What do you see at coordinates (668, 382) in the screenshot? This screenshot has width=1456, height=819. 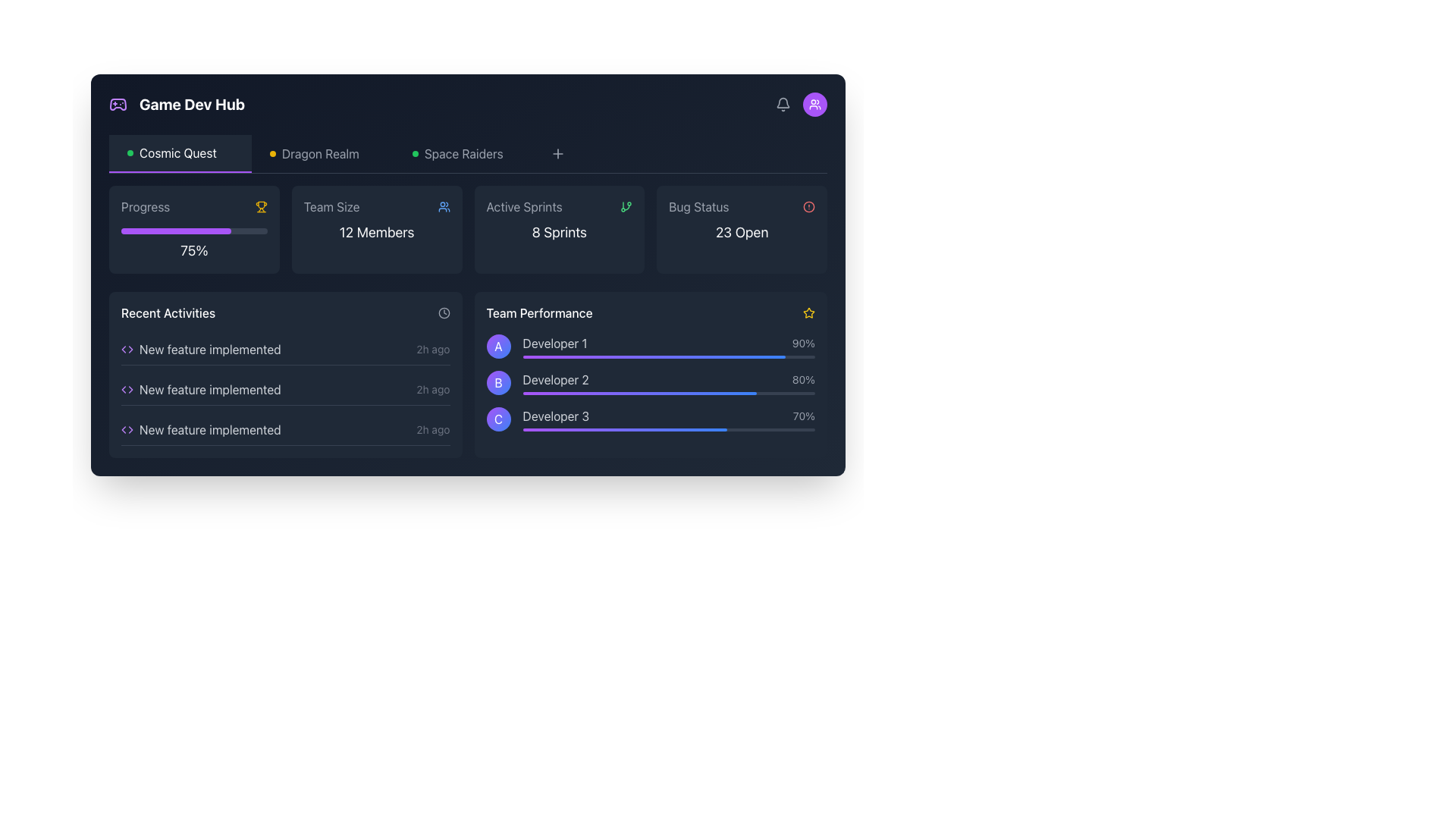 I see `the progress indicator displaying 'Developer 280%' with a filled gradient progress bar and '80%' to the right, located in the 'Team Performance' section` at bounding box center [668, 382].